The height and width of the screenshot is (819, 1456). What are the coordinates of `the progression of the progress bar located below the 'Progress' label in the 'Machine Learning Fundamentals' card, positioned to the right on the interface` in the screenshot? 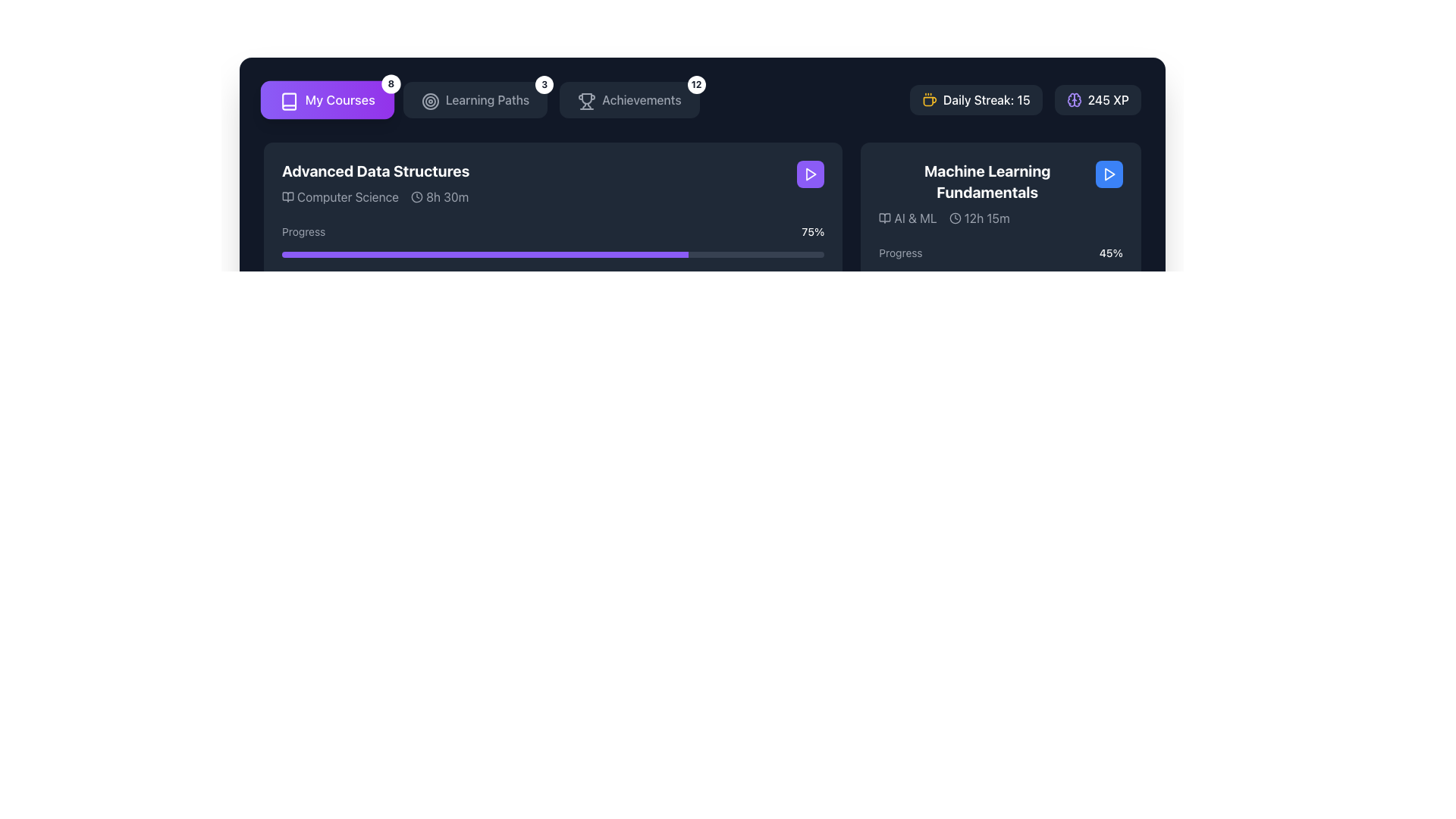 It's located at (933, 275).